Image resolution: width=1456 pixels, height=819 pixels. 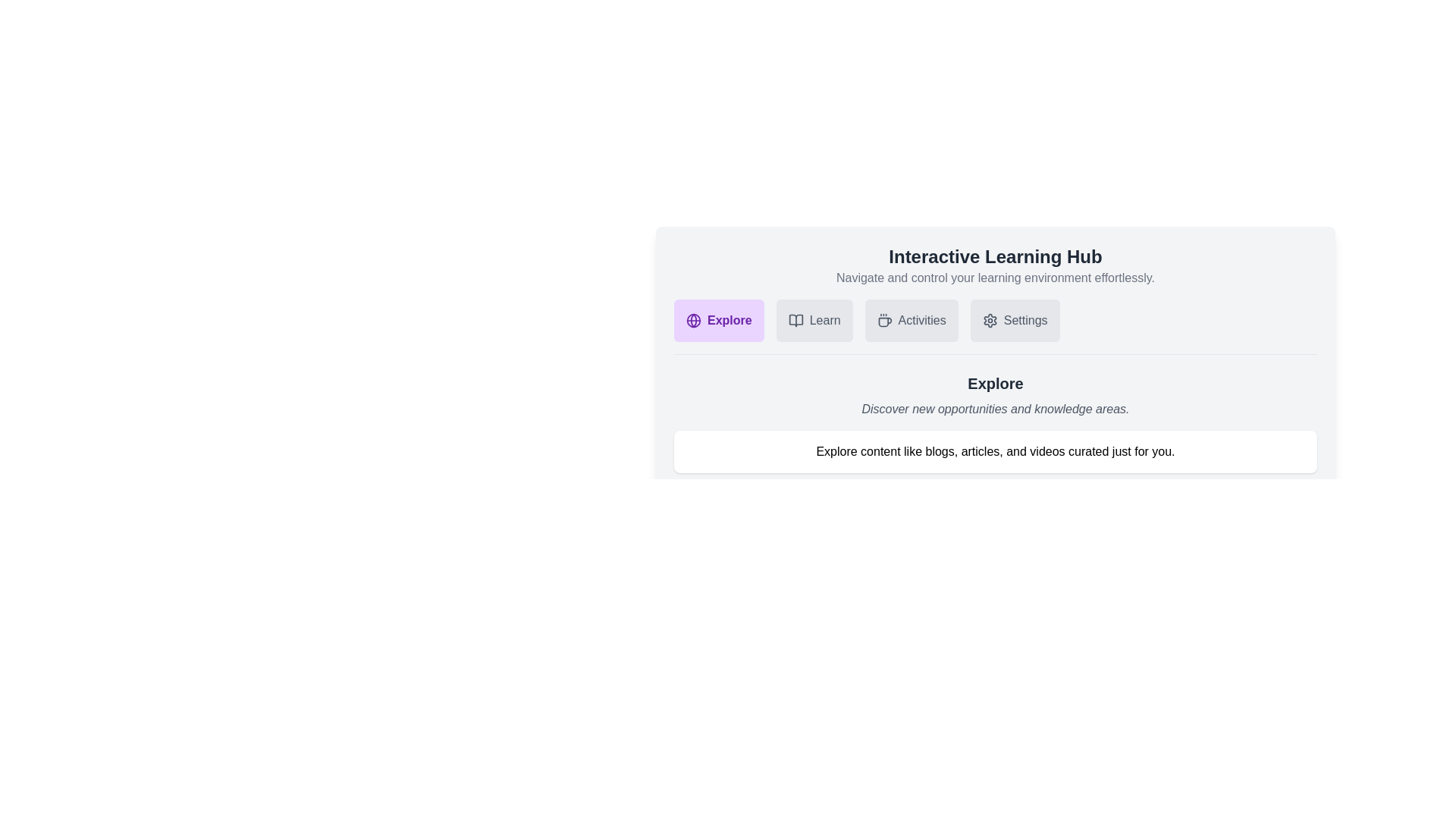 What do you see at coordinates (996, 271) in the screenshot?
I see `the 'Interactive Learning Hub' text block` at bounding box center [996, 271].